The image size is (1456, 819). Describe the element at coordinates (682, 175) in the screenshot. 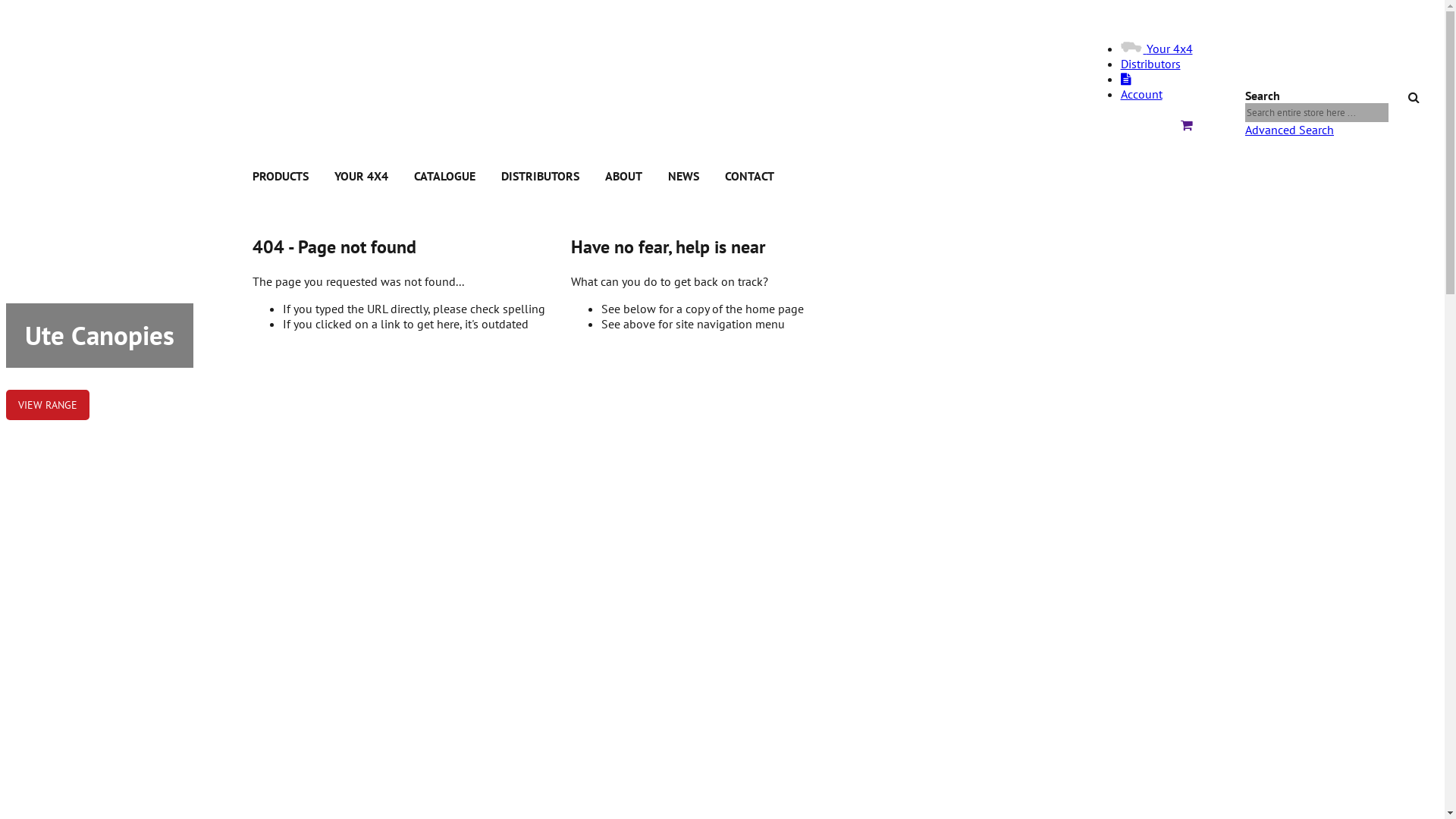

I see `'NEWS'` at that location.